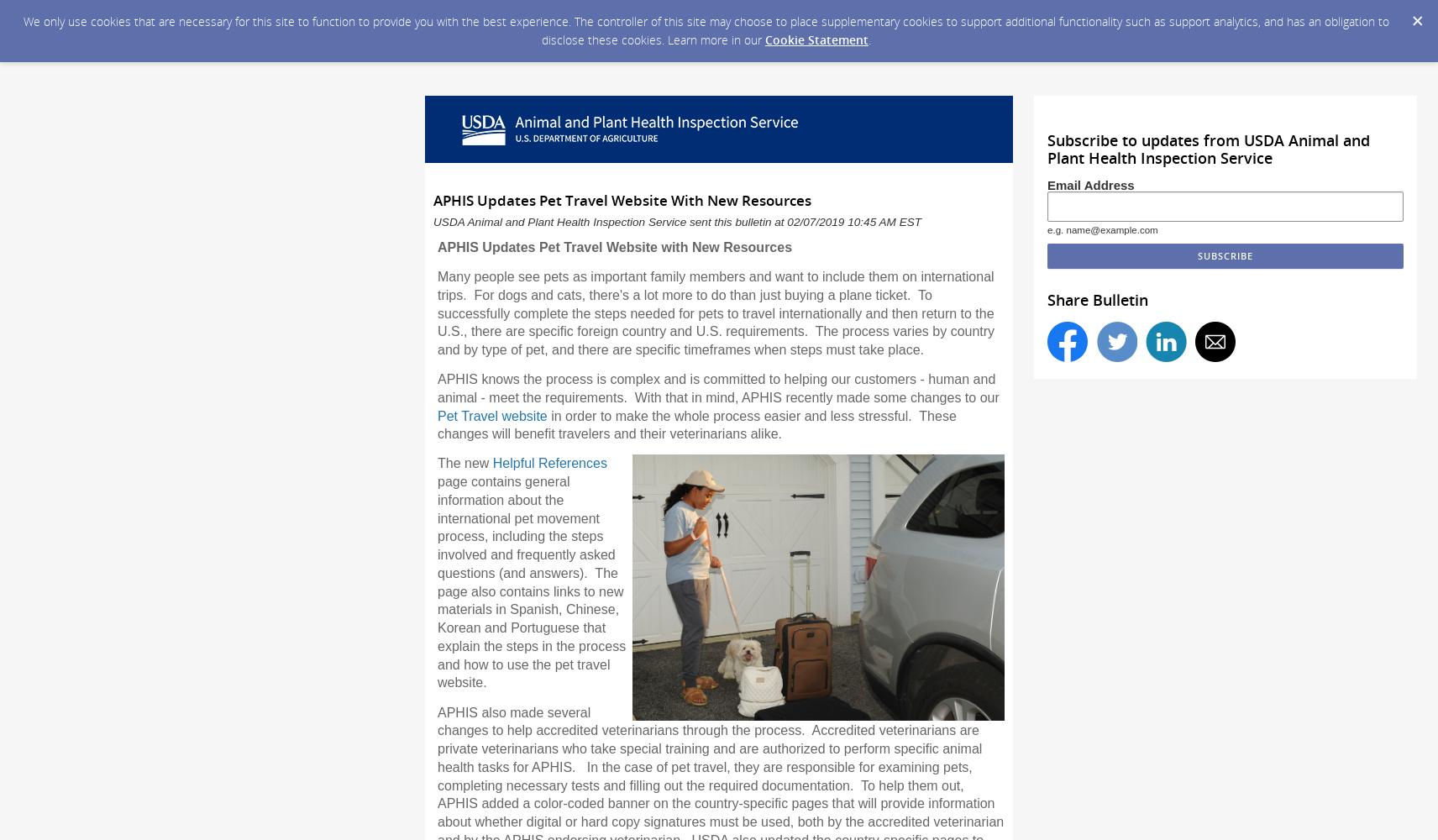 The image size is (1438, 840). I want to click on 'USDA Animal and Plant Health Inspection Service sent this bulletin at 02/07/2019 10:45 AM EST', so click(677, 222).